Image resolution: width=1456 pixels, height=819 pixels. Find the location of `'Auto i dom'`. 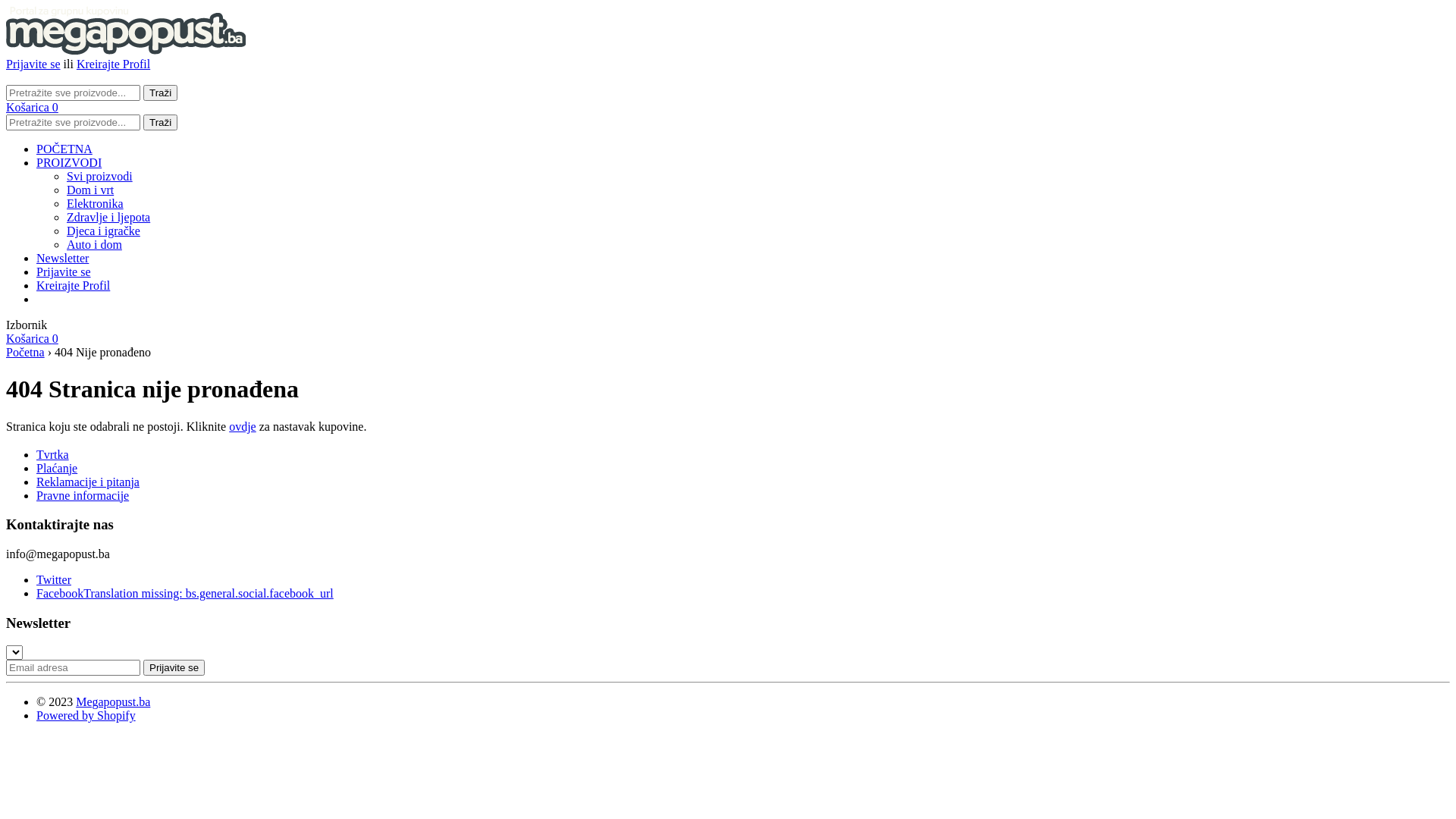

'Auto i dom' is located at coordinates (93, 243).